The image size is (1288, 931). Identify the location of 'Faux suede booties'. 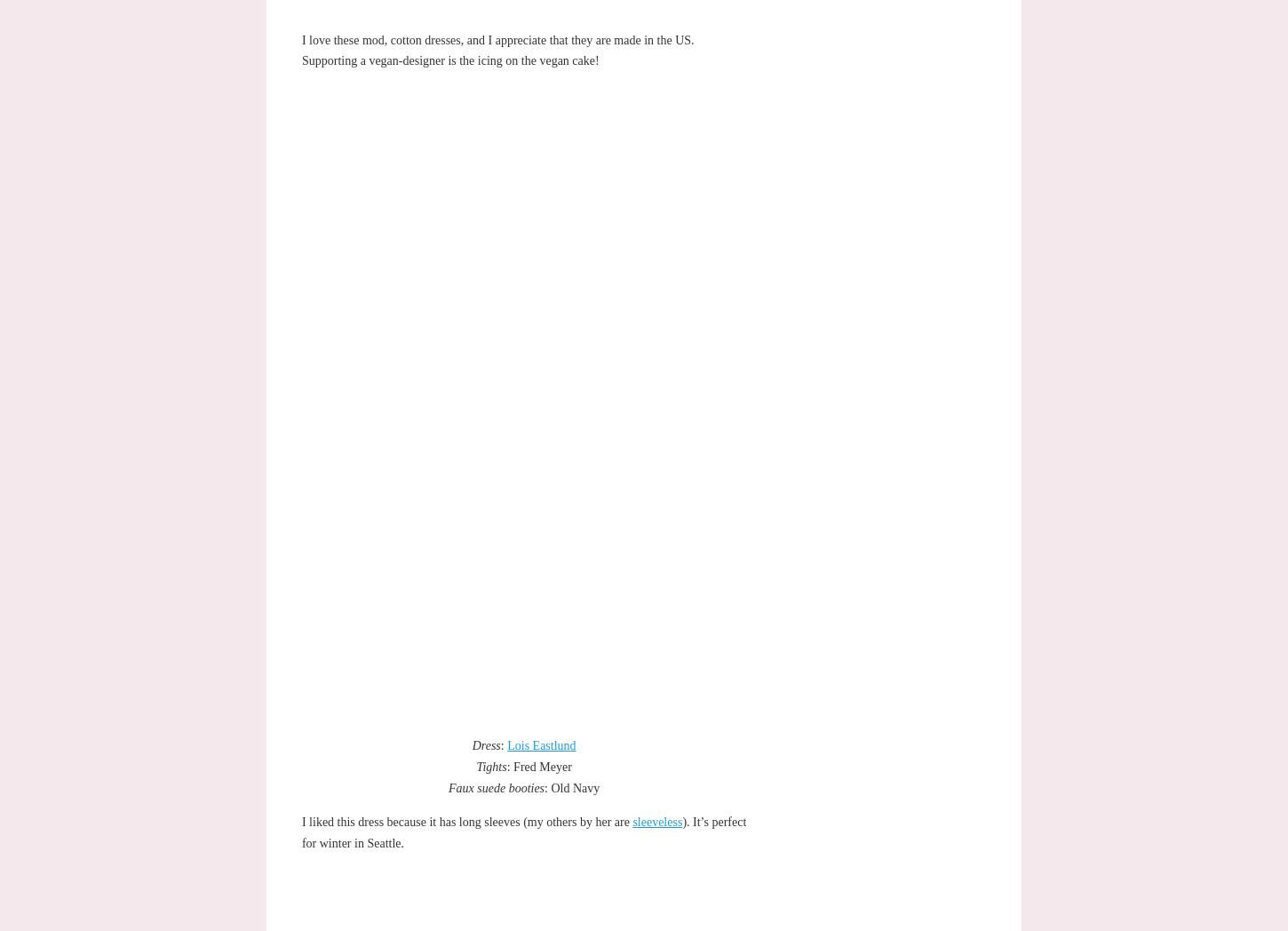
(448, 786).